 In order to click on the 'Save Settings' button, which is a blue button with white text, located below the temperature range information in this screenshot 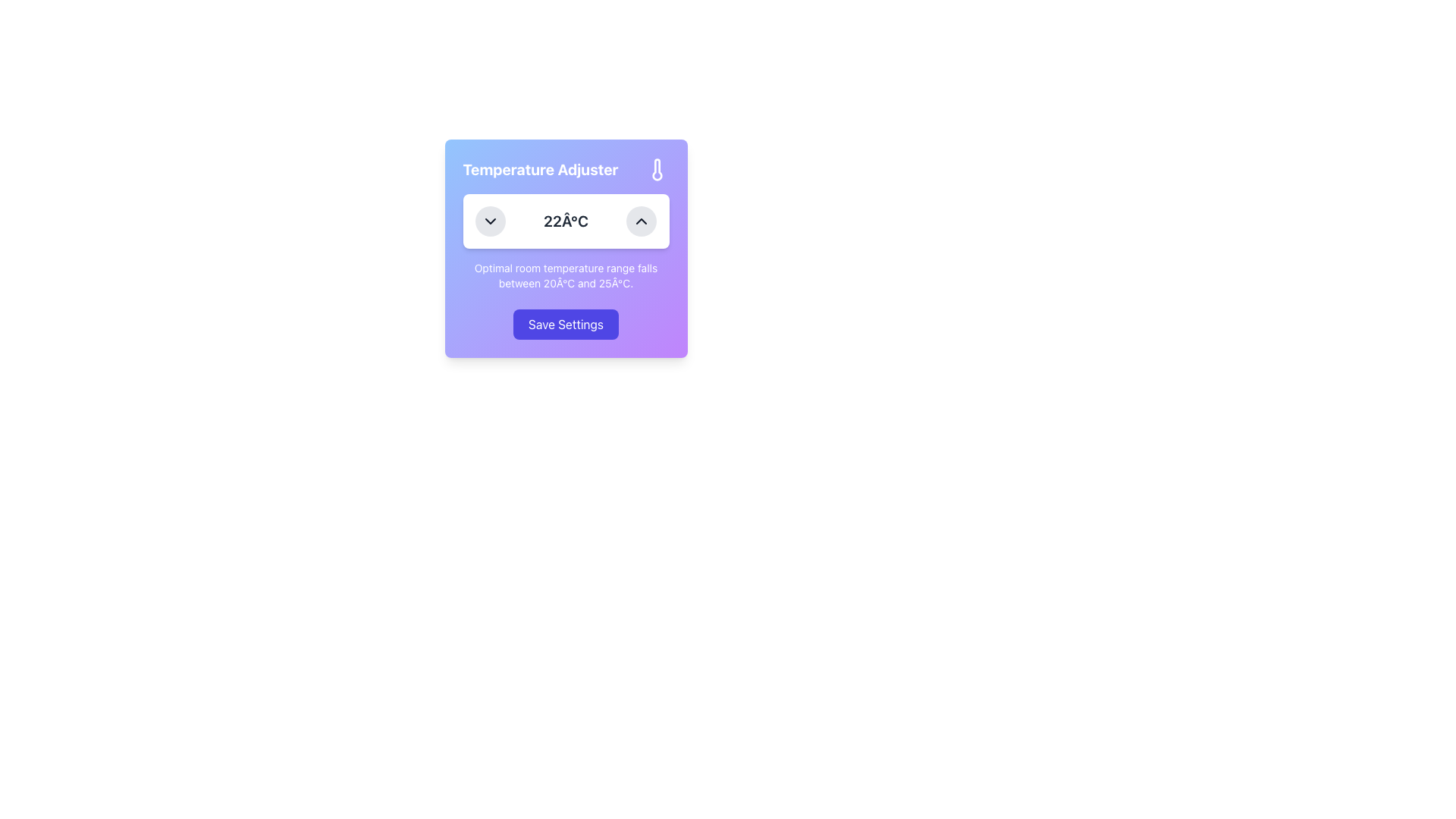, I will do `click(565, 324)`.